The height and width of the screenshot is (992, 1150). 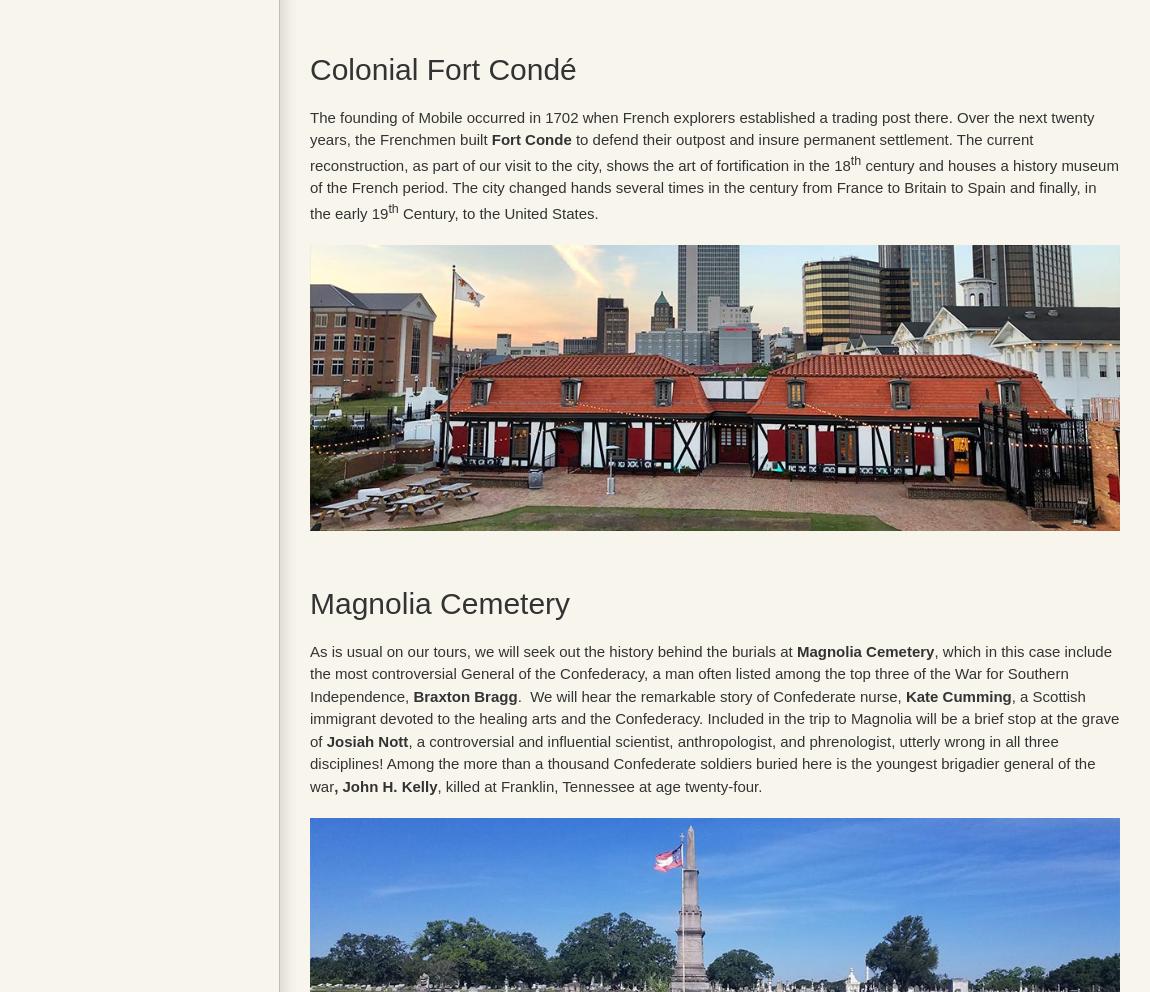 I want to click on 'The founding of Mobile occurred in 1702 when French explorers established a trading post there. Over the next twenty years, the Frenchmen built', so click(x=310, y=127).